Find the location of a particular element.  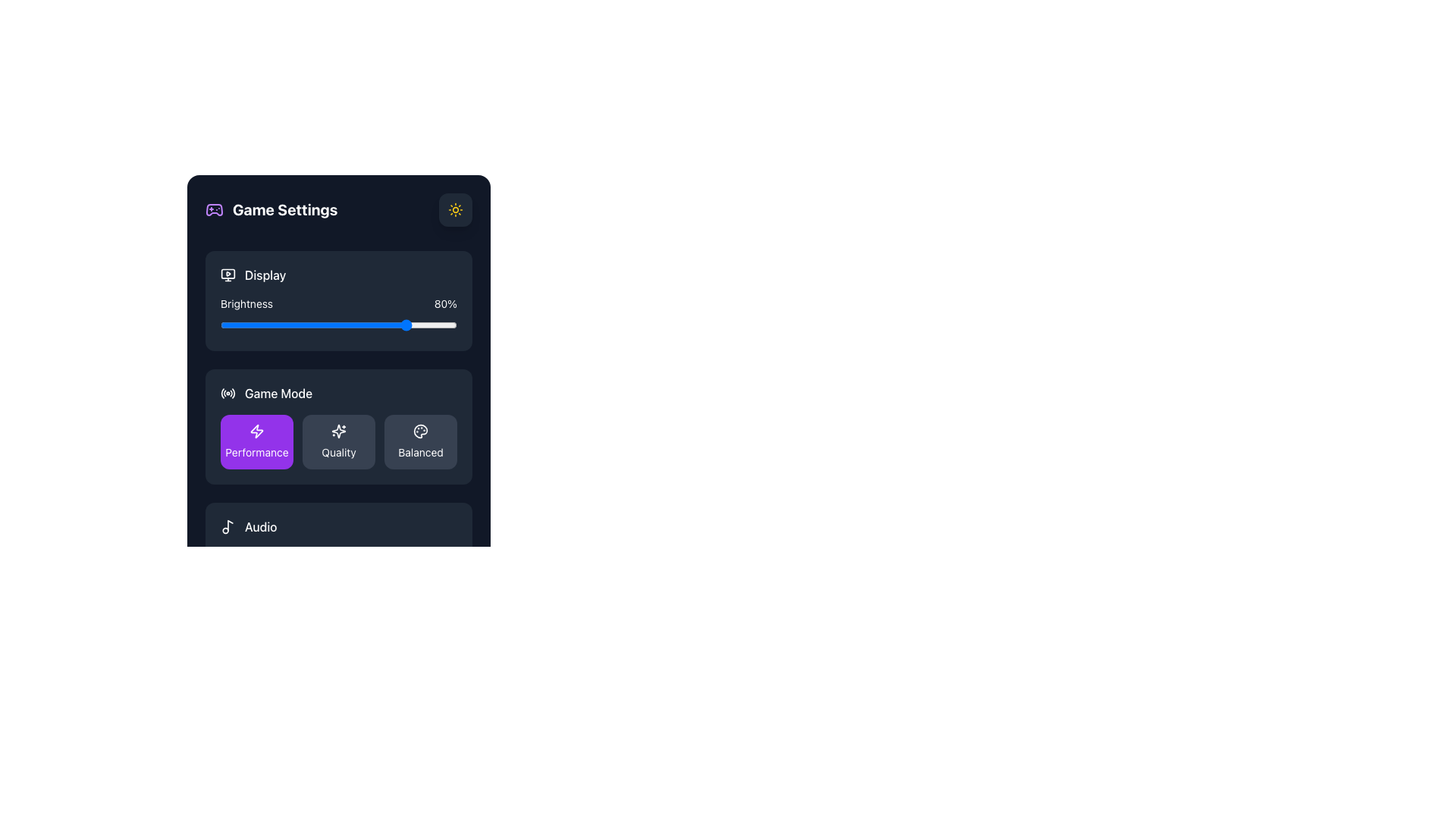

brightness level is located at coordinates (324, 324).